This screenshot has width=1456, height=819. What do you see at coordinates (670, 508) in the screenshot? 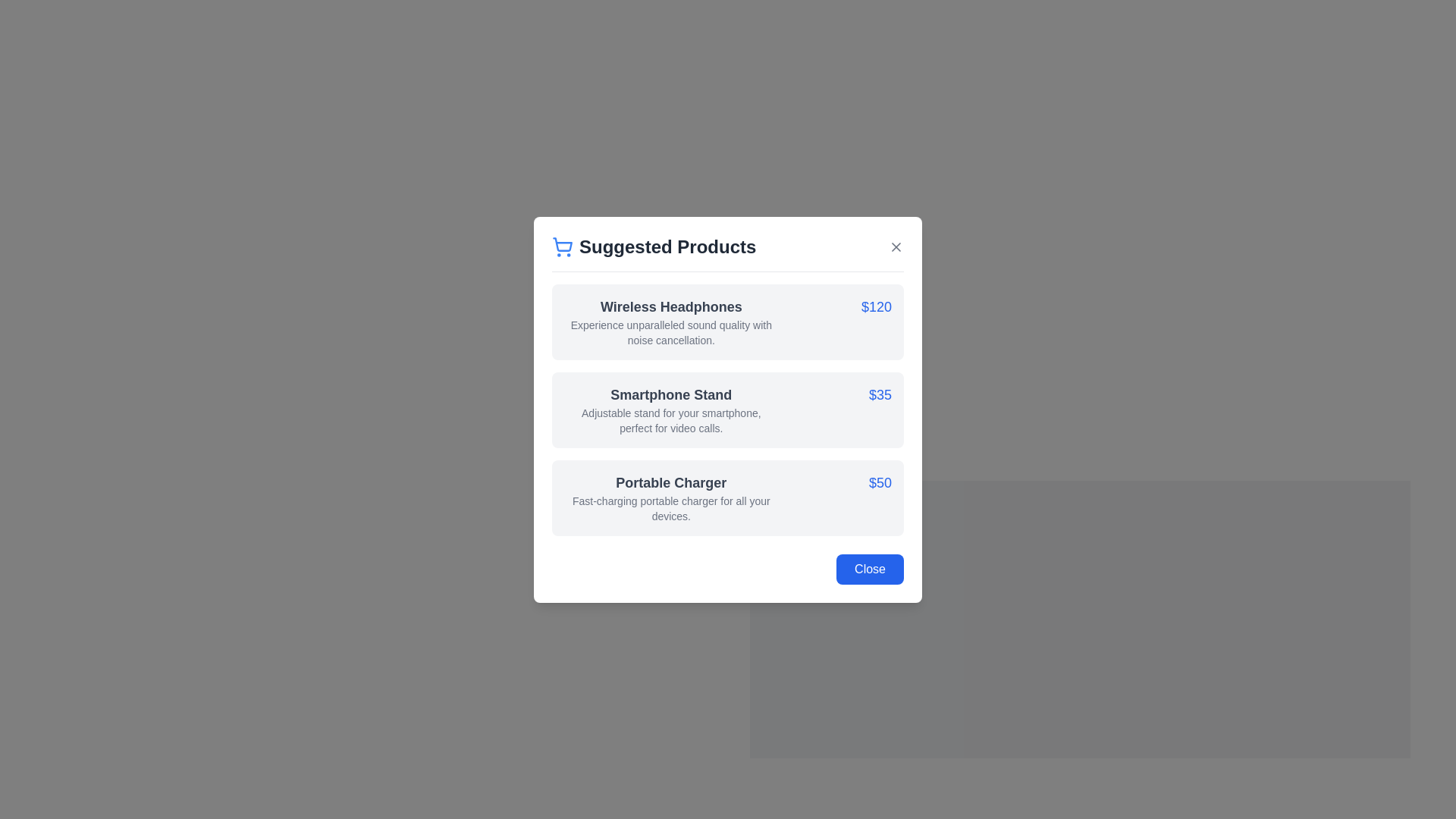
I see `the text block providing details about the 'Portable Charger' in the suggested products list, located beneath its title in the modal window` at bounding box center [670, 508].